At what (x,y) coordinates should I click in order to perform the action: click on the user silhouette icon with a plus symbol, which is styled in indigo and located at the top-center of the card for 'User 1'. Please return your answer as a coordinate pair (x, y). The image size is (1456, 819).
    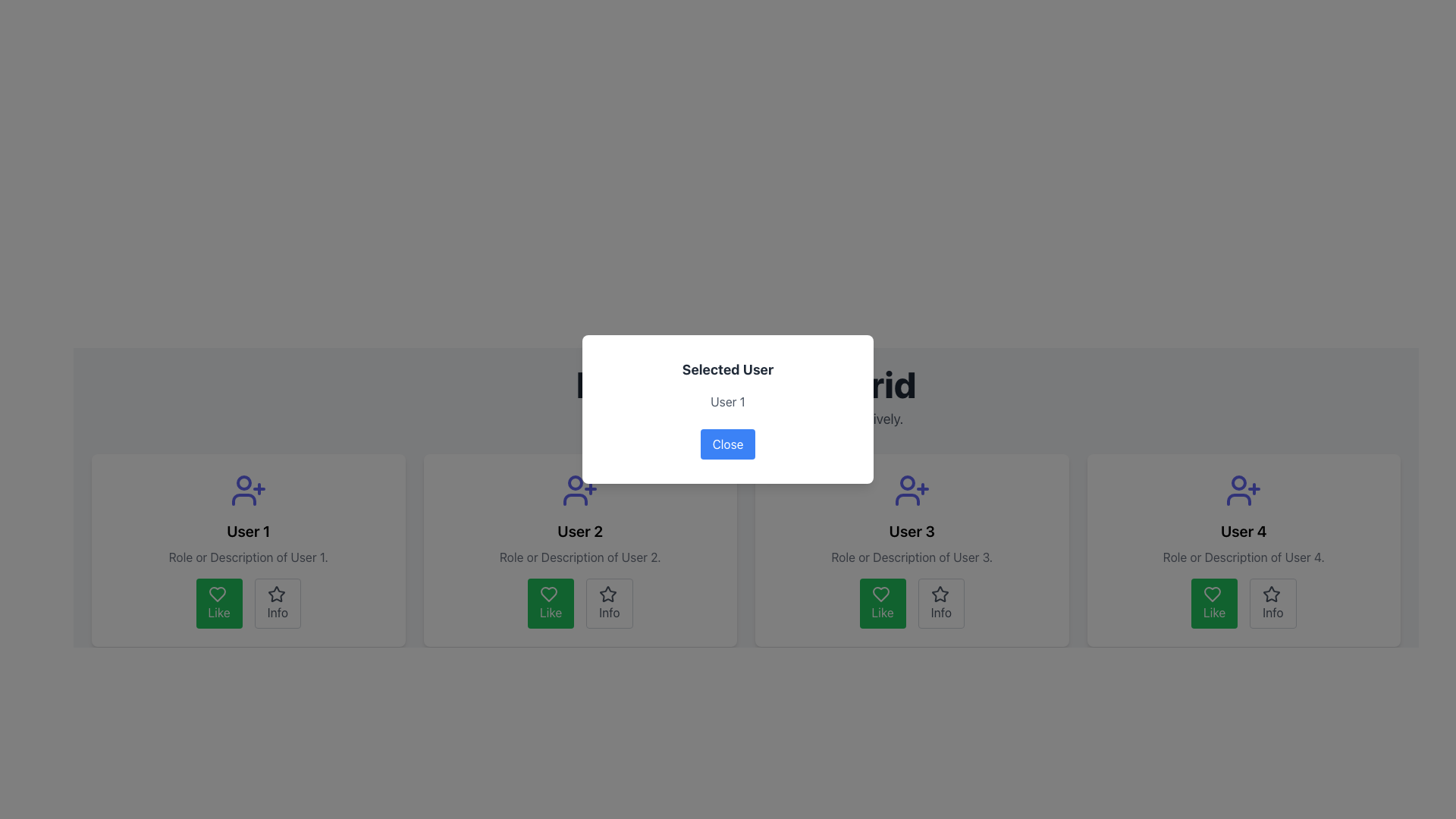
    Looking at the image, I should click on (248, 491).